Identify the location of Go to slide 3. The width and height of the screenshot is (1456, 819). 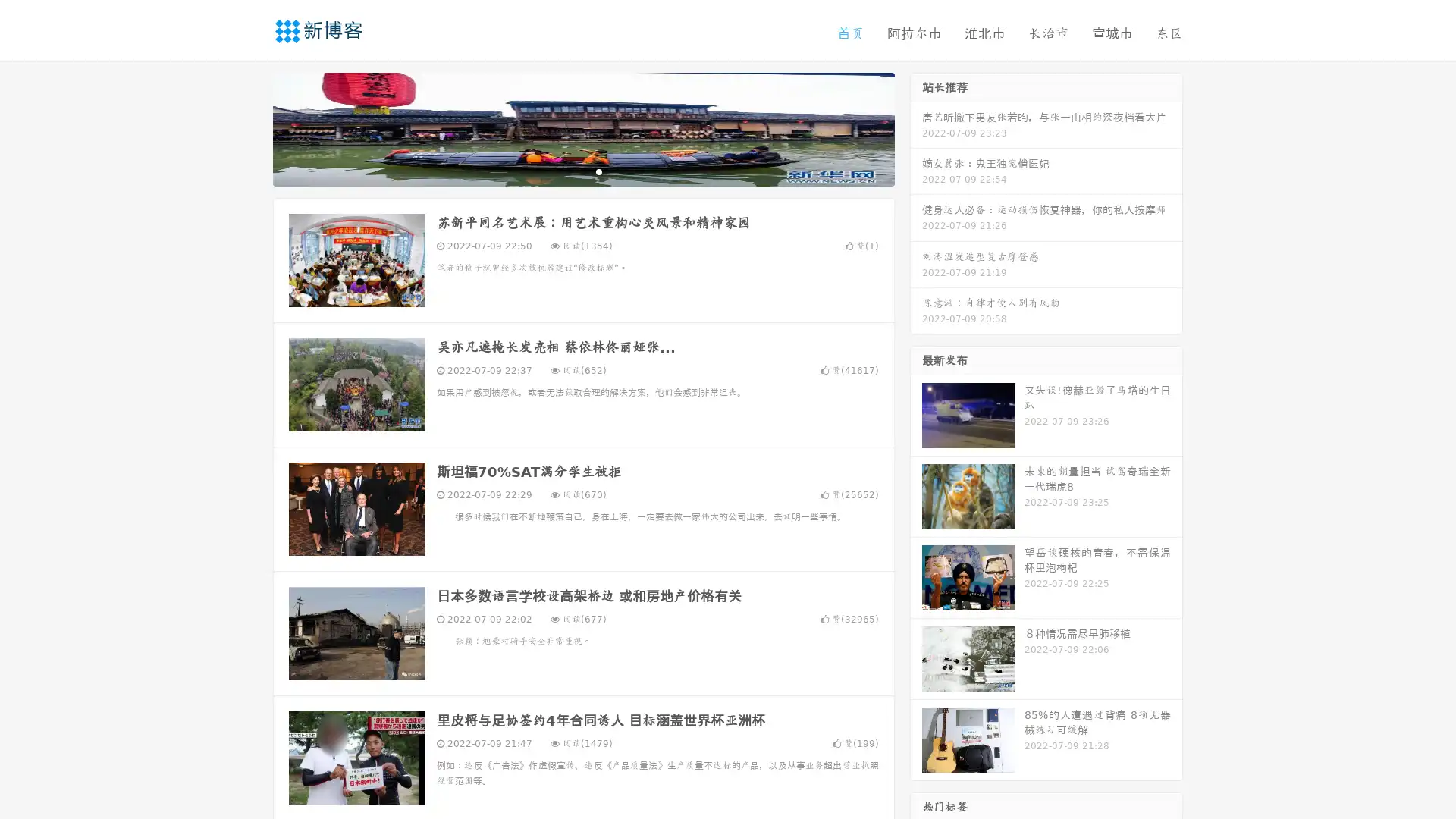
(598, 171).